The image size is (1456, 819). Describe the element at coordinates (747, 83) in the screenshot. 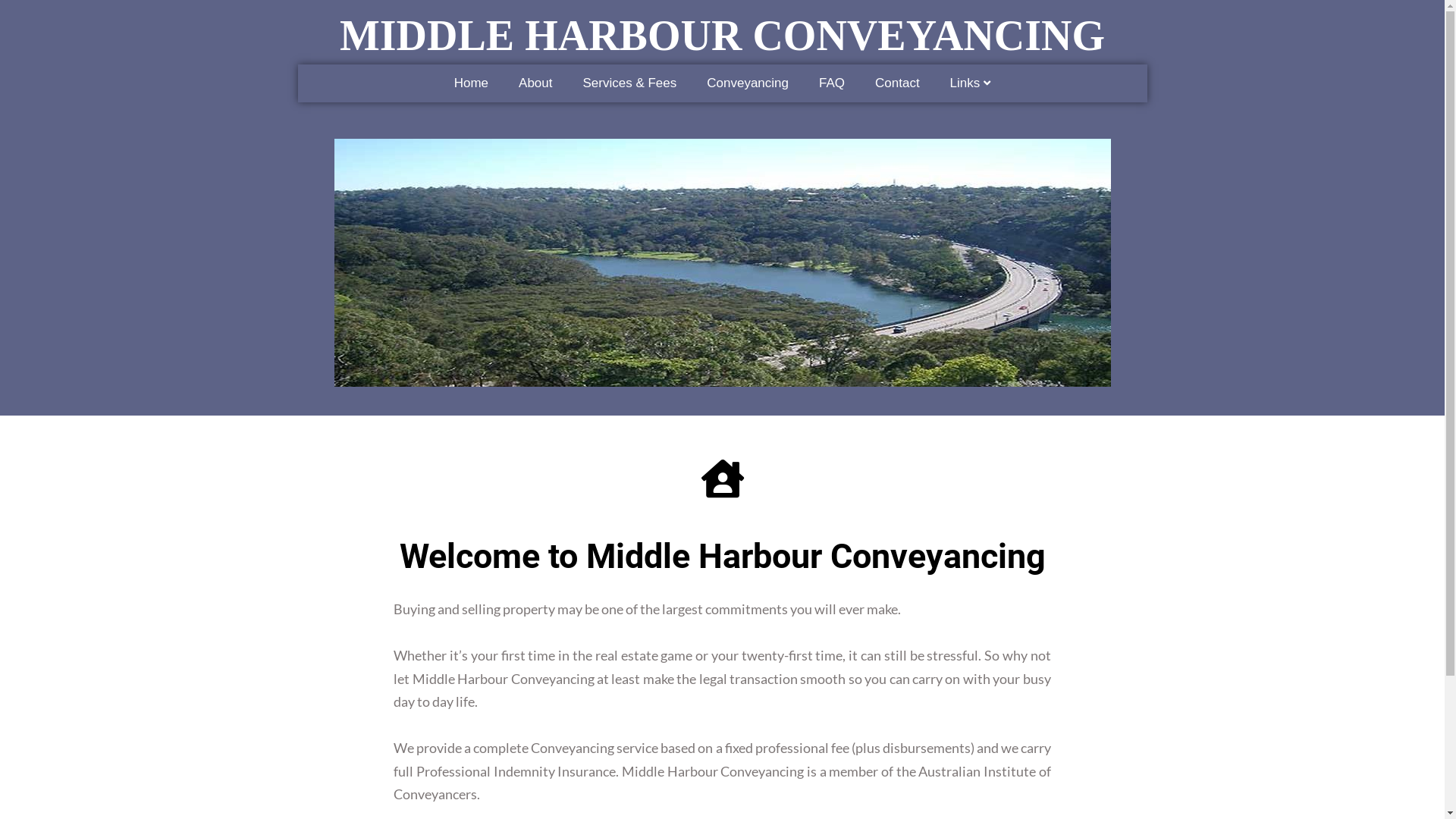

I see `'Conveyancing'` at that location.